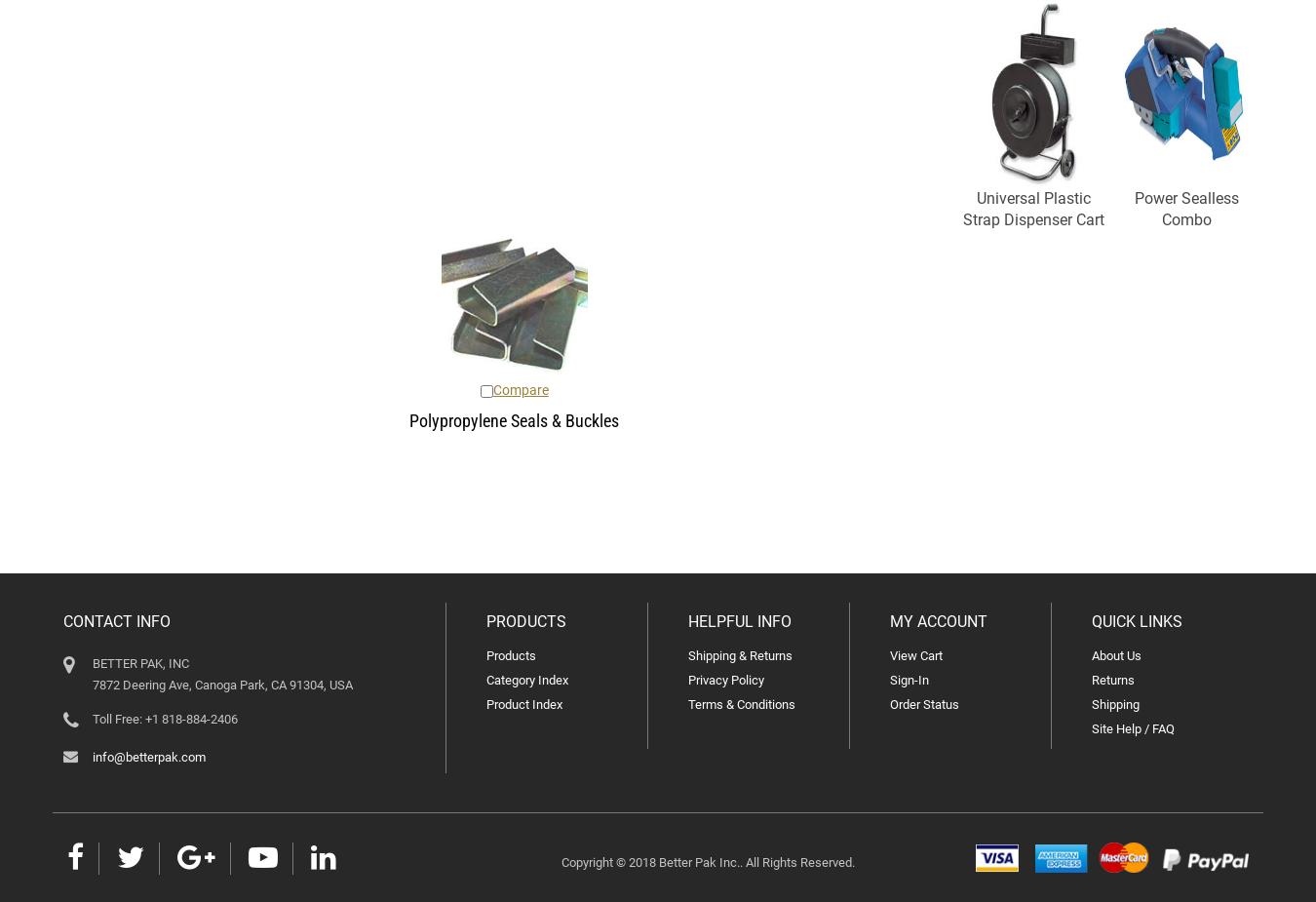 Image resolution: width=1316 pixels, height=902 pixels. Describe the element at coordinates (1114, 704) in the screenshot. I see `'Shipping'` at that location.